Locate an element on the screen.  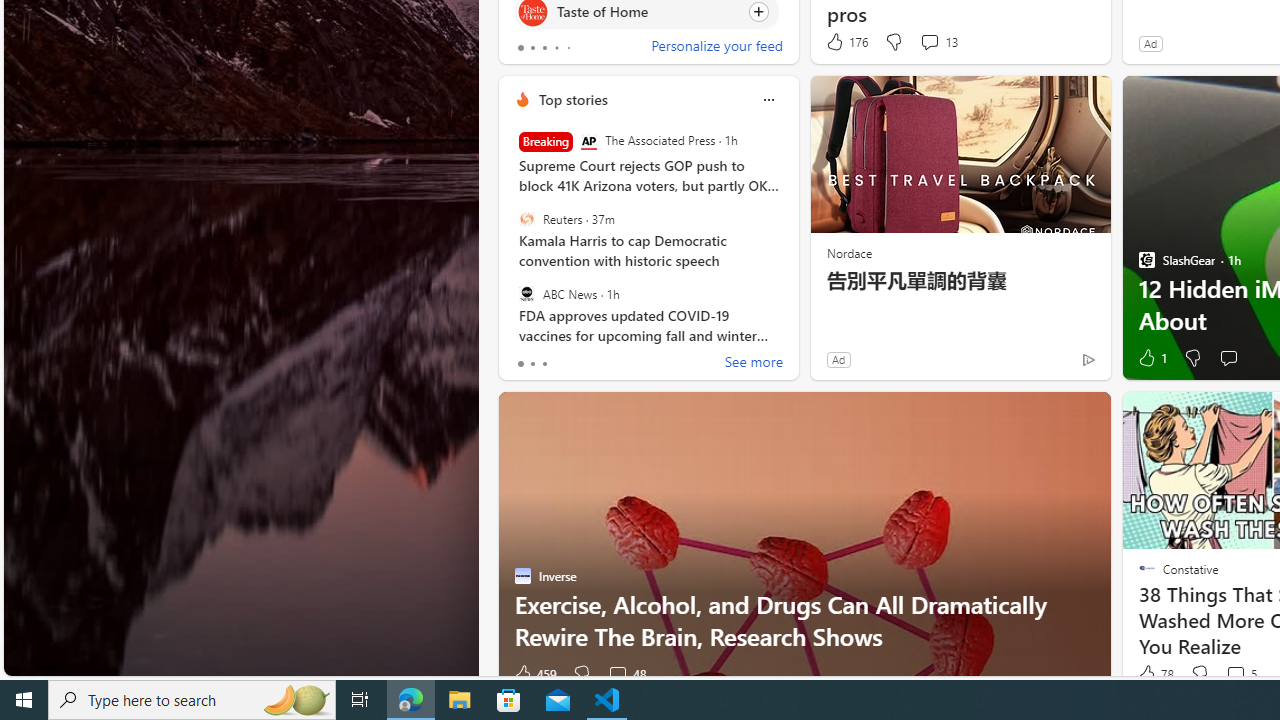
'176 Like' is located at coordinates (846, 42).